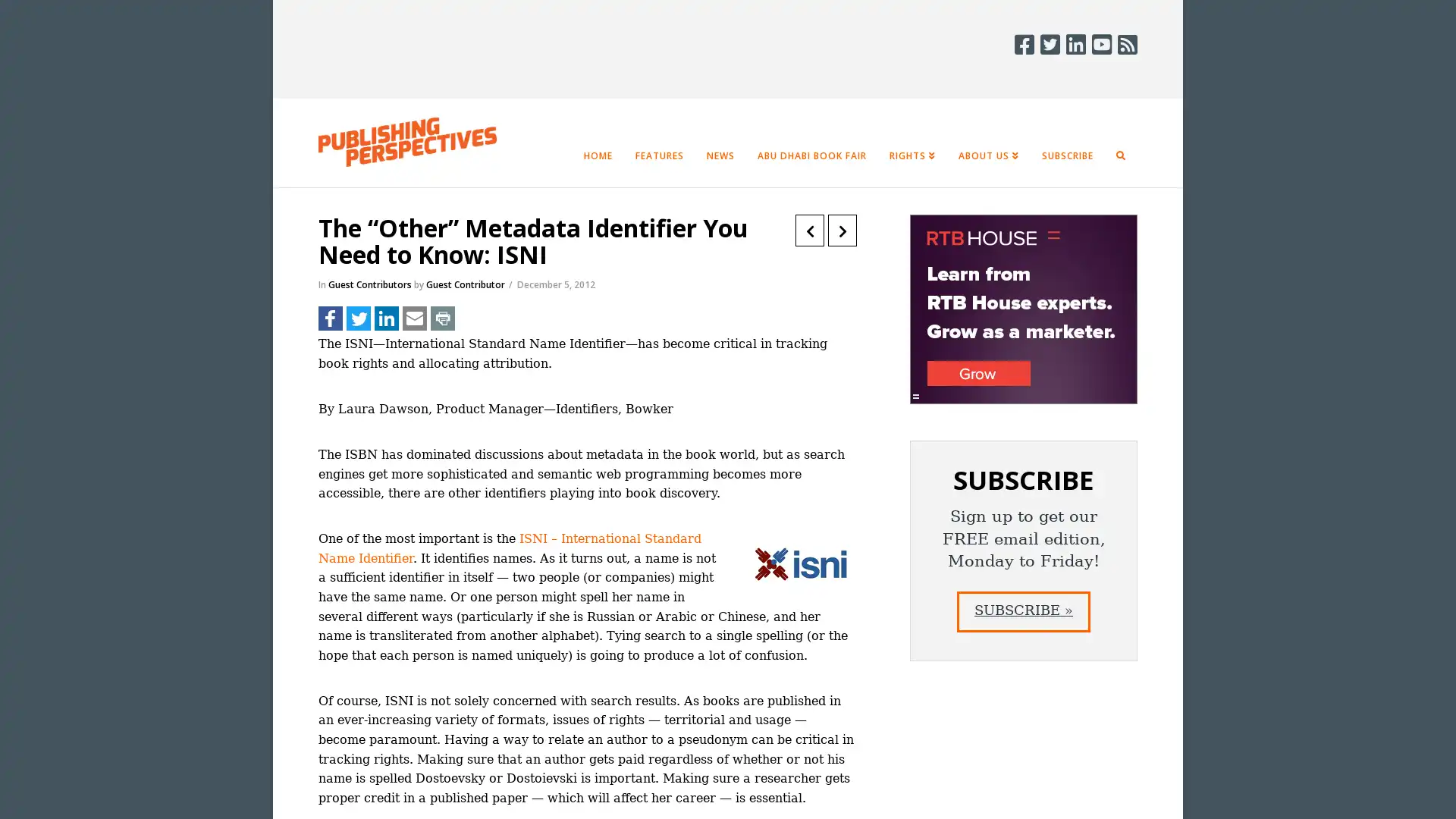 This screenshot has height=819, width=1456. I want to click on Share to Email, so click(415, 318).